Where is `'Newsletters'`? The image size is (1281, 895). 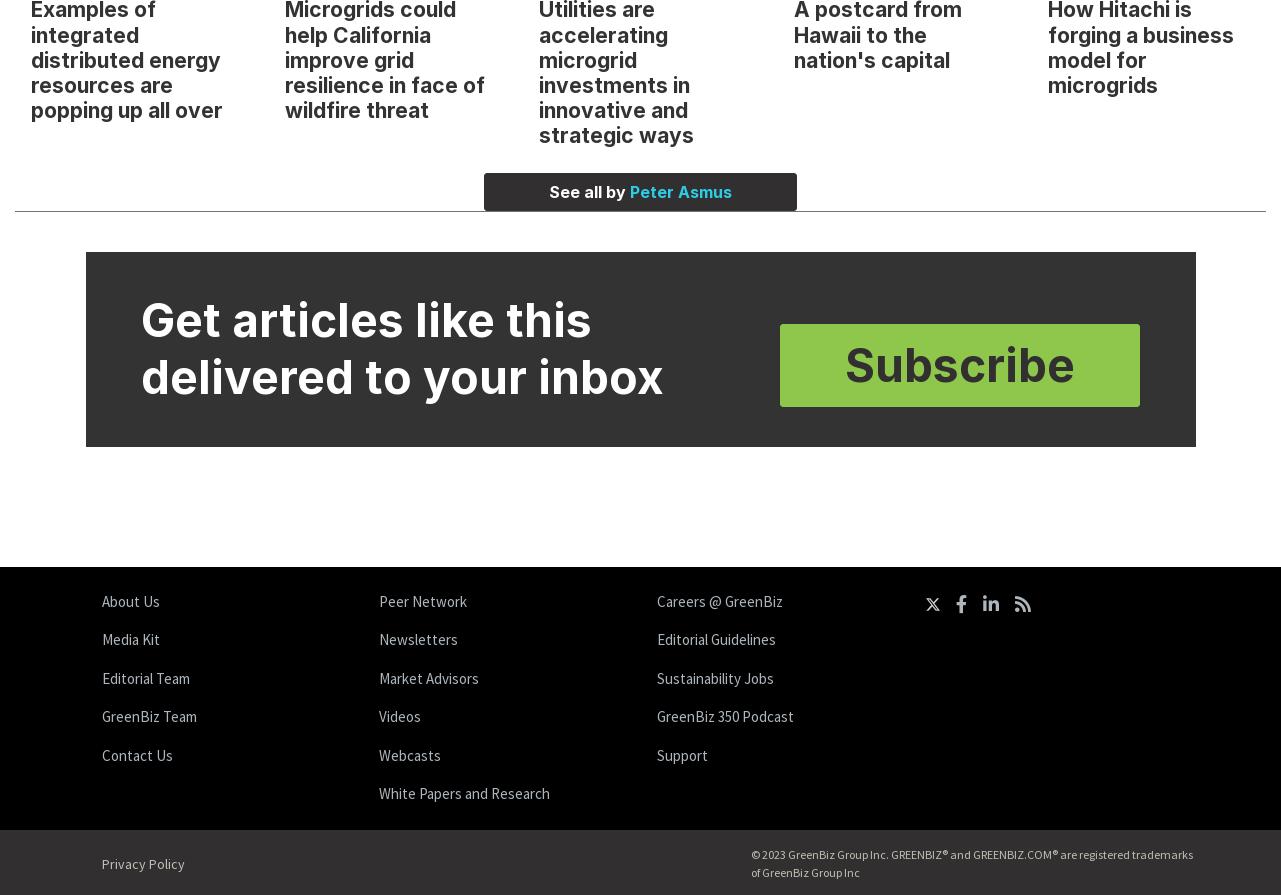
'Newsletters' is located at coordinates (418, 638).